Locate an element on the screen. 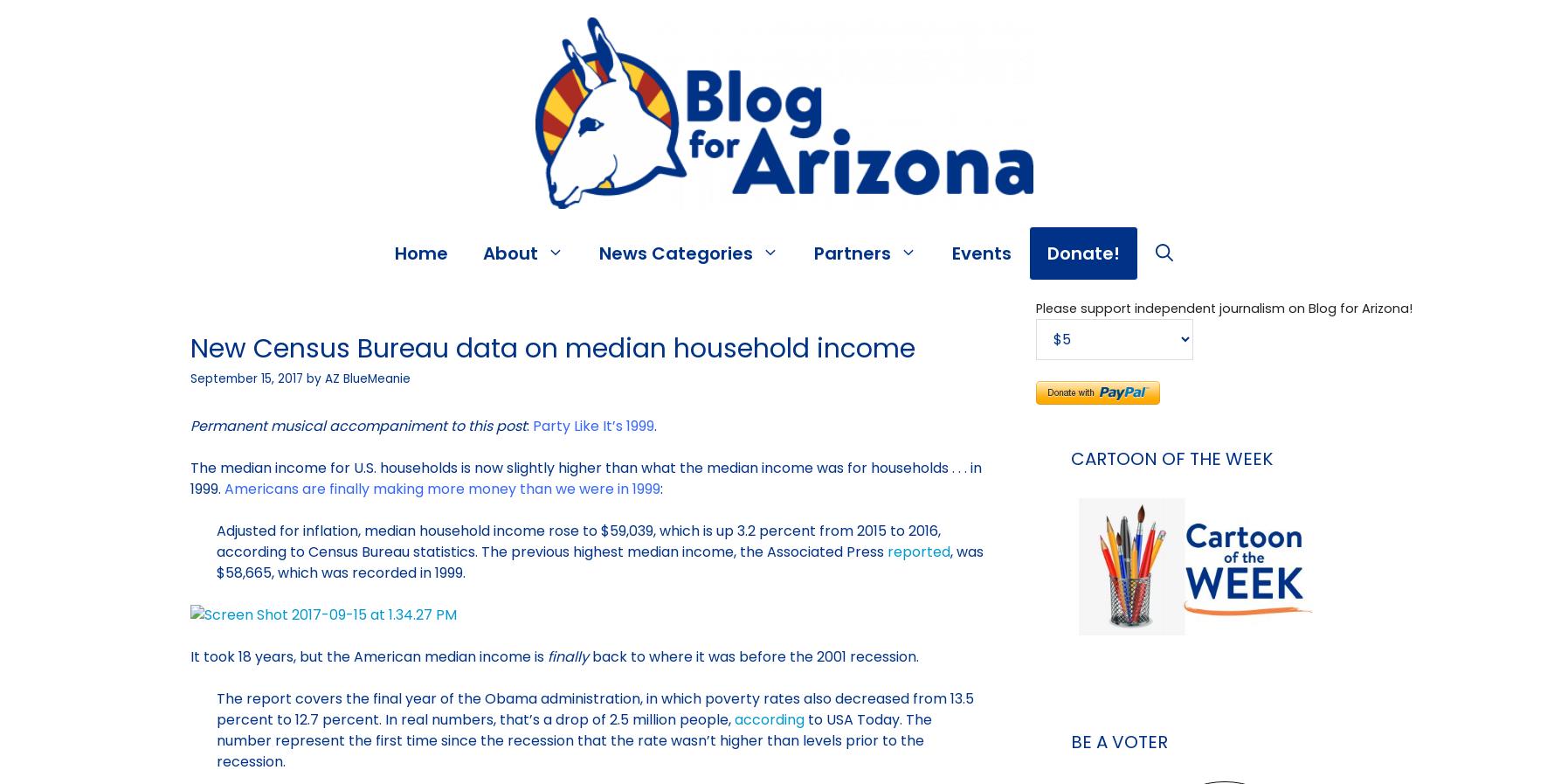  'It took 18 years, but the American median income is' is located at coordinates (368, 656).